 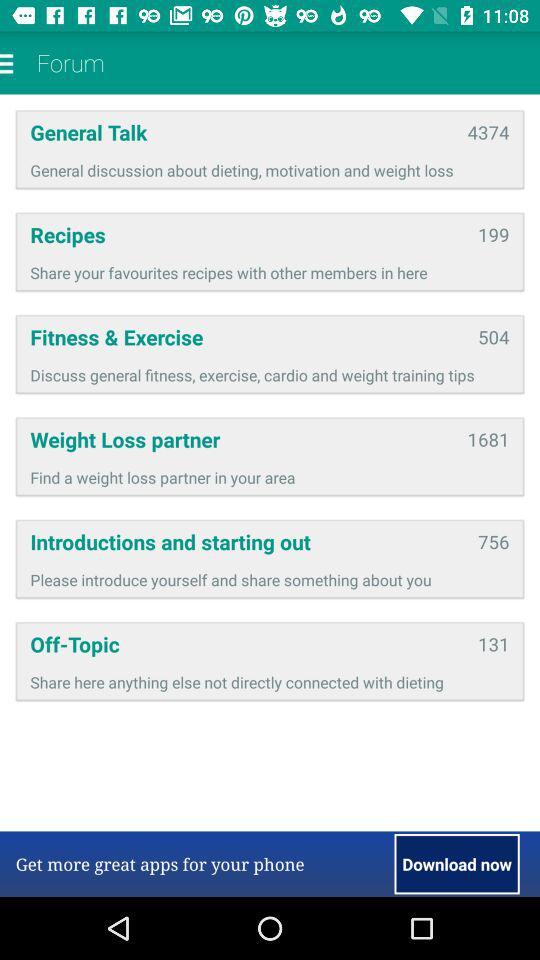 What do you see at coordinates (270, 271) in the screenshot?
I see `icon above fitness & exercise` at bounding box center [270, 271].